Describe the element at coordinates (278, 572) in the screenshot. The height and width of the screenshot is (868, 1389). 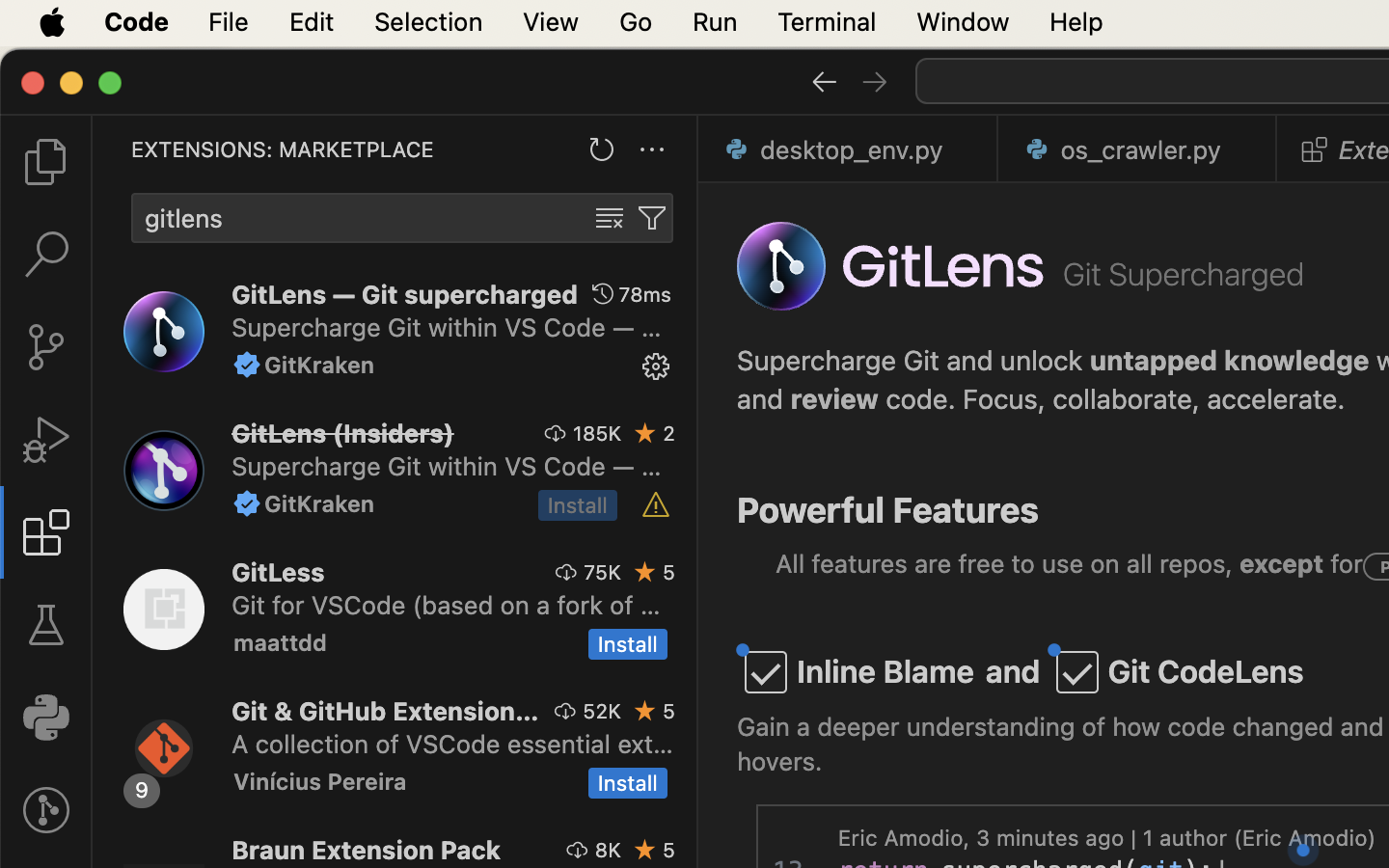
I see `'GitLess'` at that location.